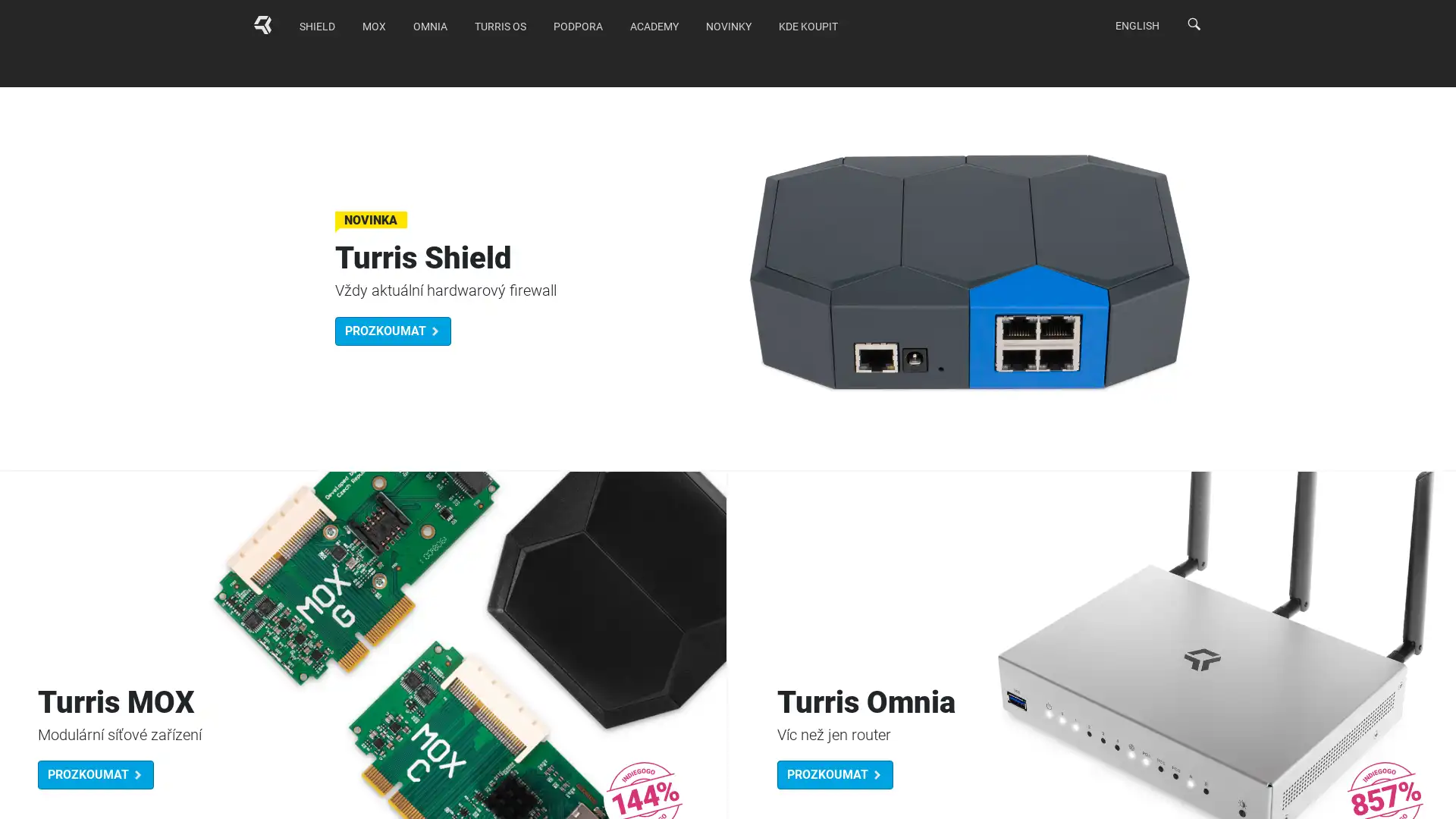 This screenshot has height=819, width=1456. Describe the element at coordinates (1193, 24) in the screenshot. I see `Search icon` at that location.